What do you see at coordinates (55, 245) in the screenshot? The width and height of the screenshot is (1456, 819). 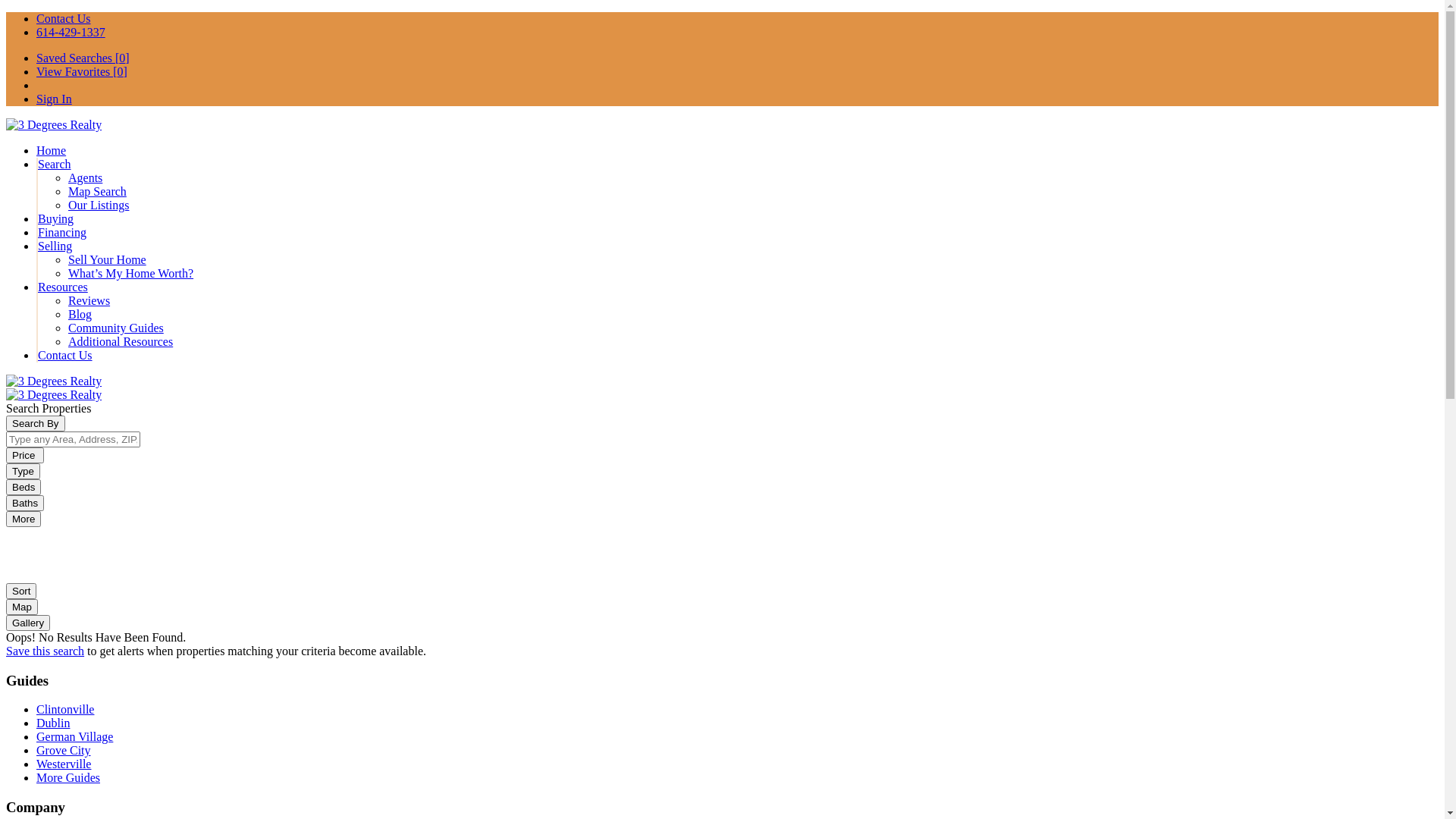 I see `'Selling'` at bounding box center [55, 245].